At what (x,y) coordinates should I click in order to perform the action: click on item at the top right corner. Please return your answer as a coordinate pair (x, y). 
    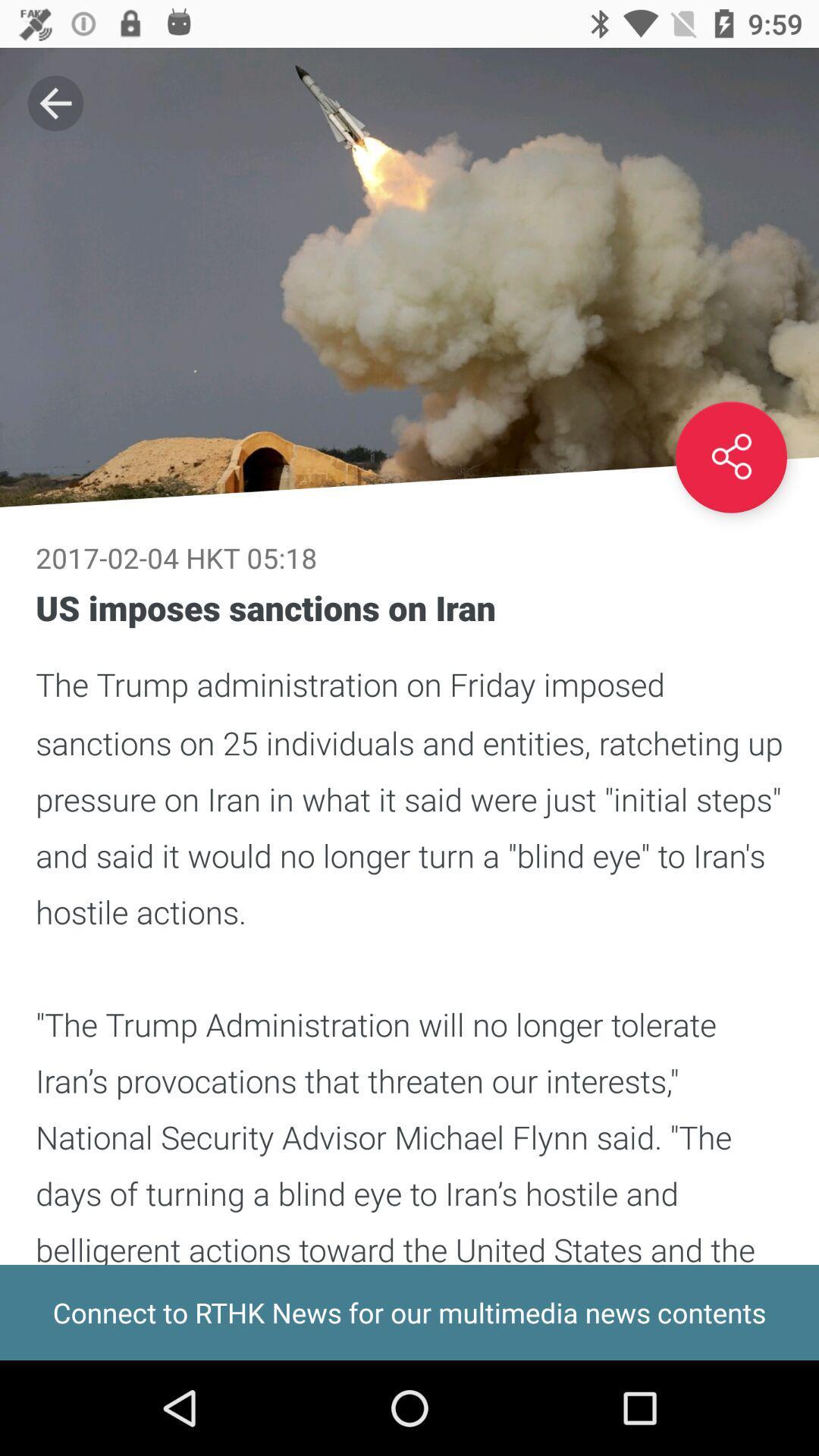
    Looking at the image, I should click on (730, 457).